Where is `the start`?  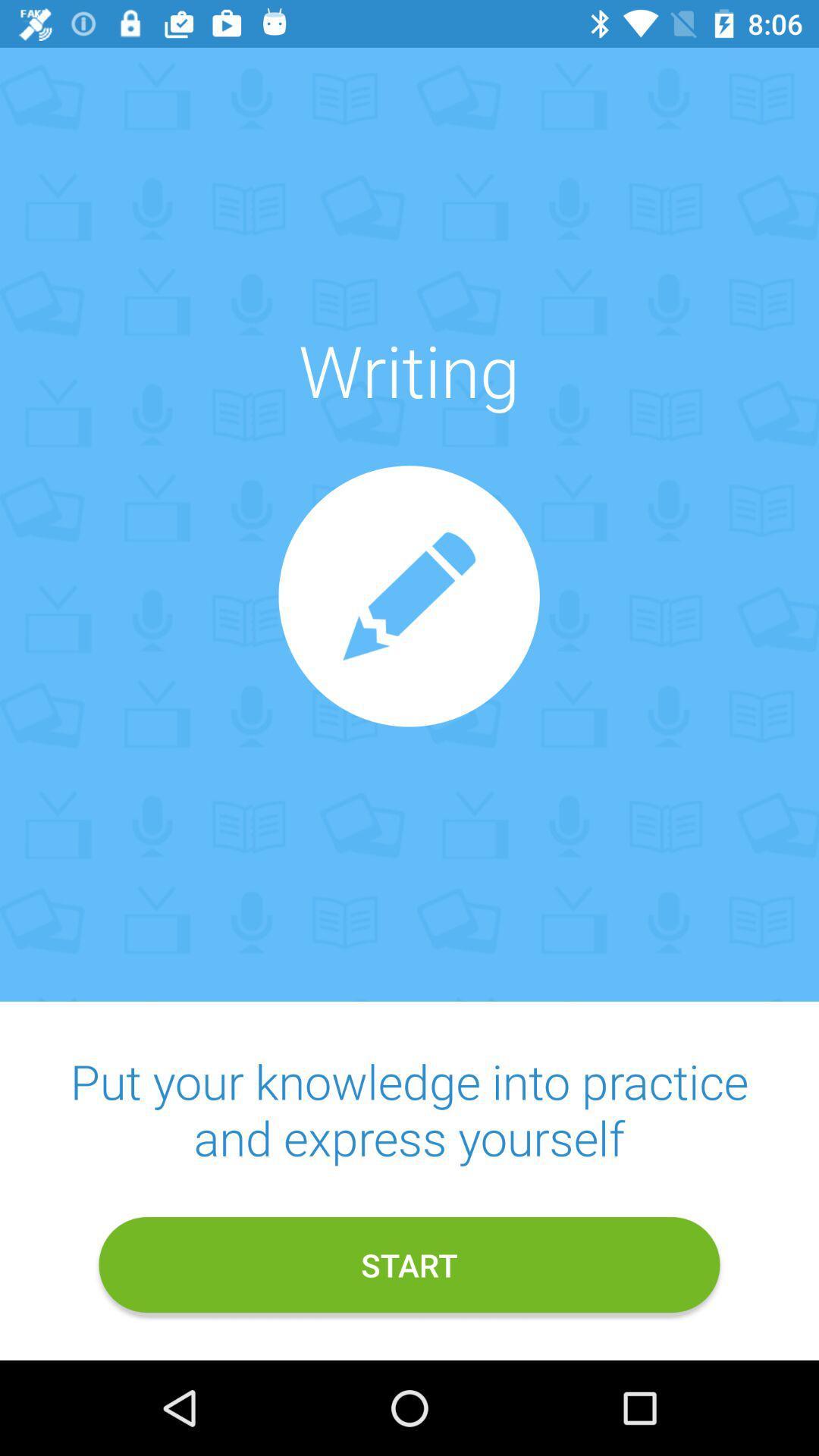
the start is located at coordinates (409, 1265).